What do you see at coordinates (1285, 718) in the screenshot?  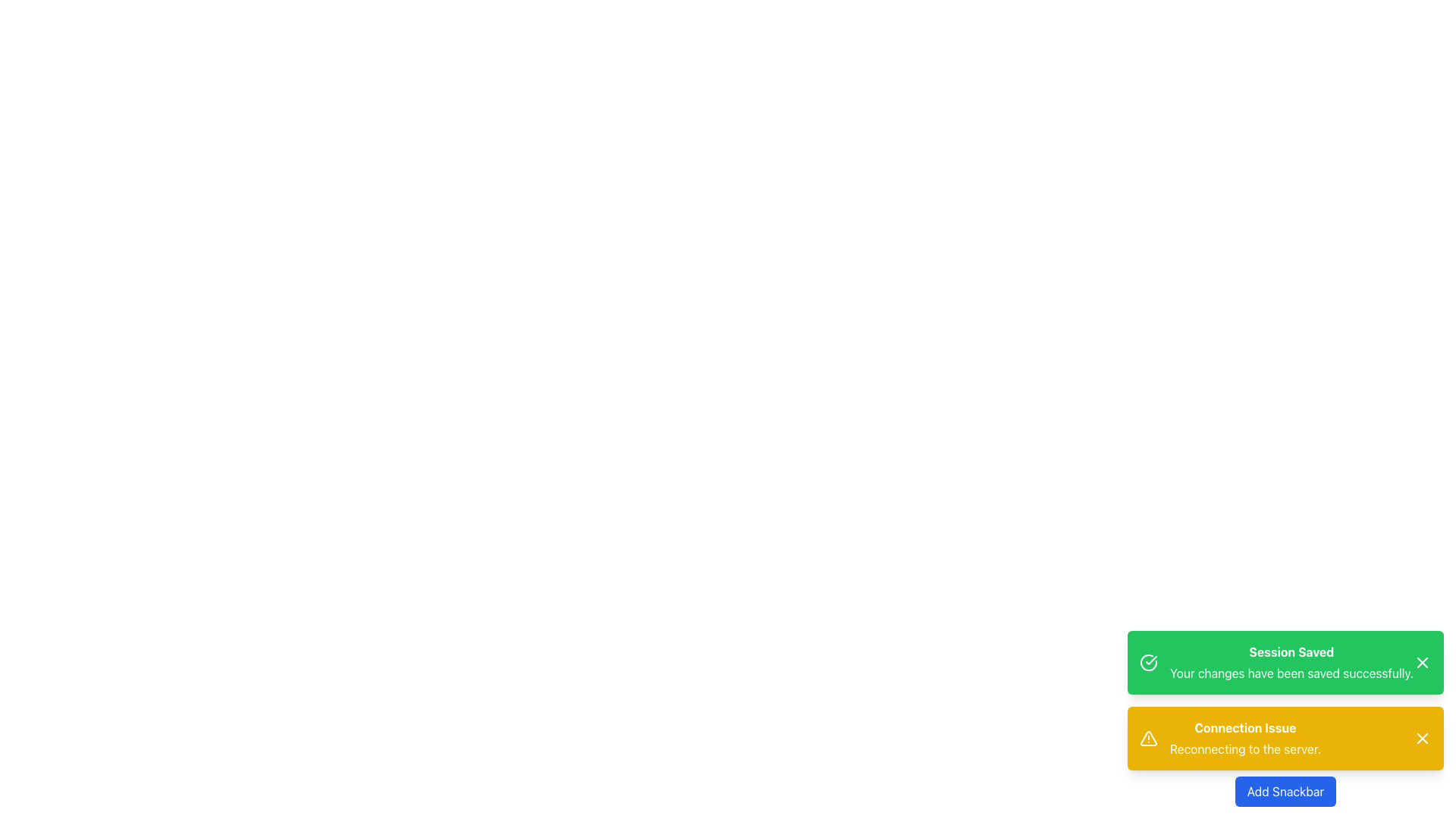 I see `notification displayed in the yellow notification bar that contains the bold title 'Connection Issue'` at bounding box center [1285, 718].